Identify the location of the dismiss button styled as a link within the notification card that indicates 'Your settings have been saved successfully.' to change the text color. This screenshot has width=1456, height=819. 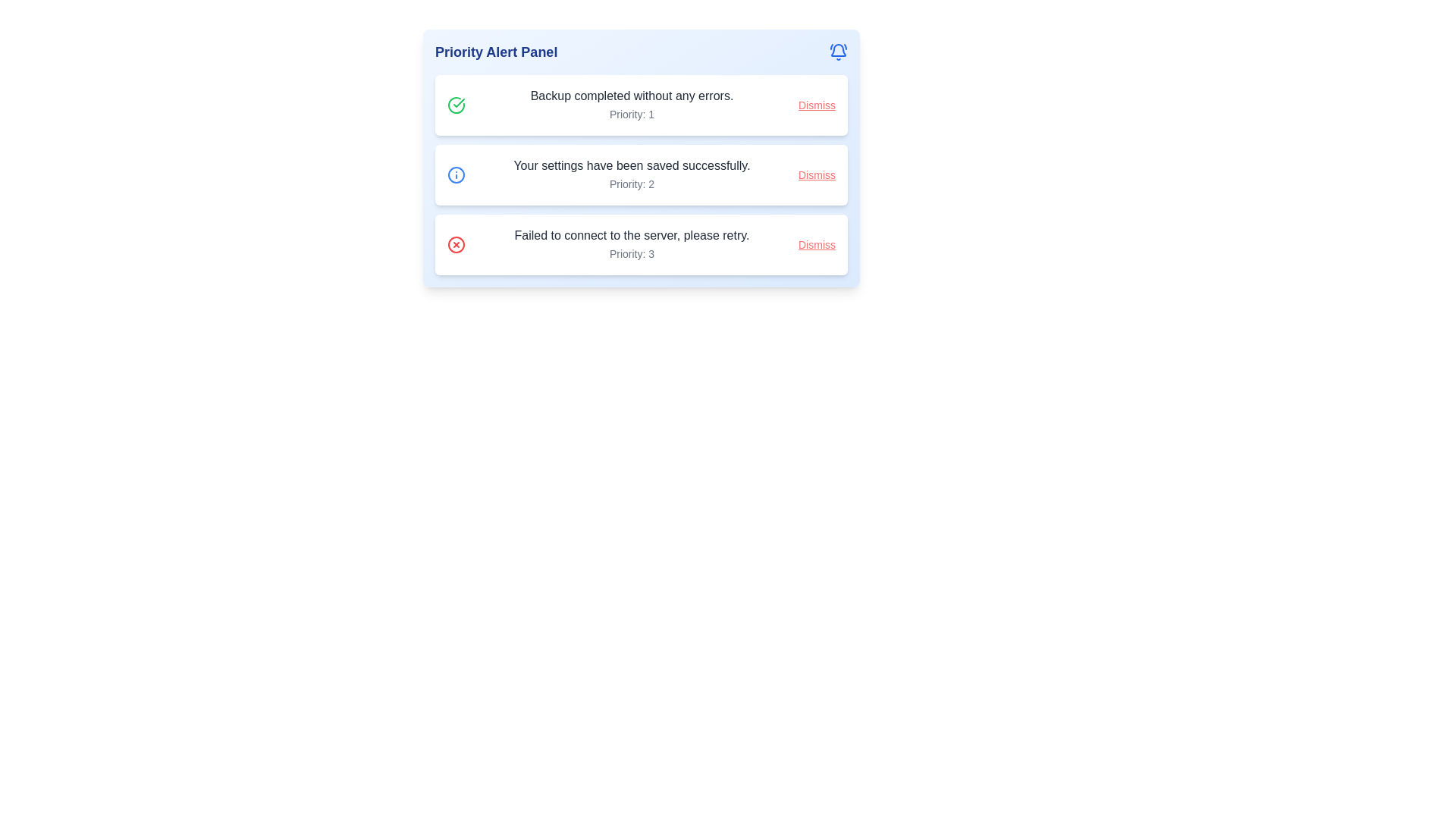
(816, 174).